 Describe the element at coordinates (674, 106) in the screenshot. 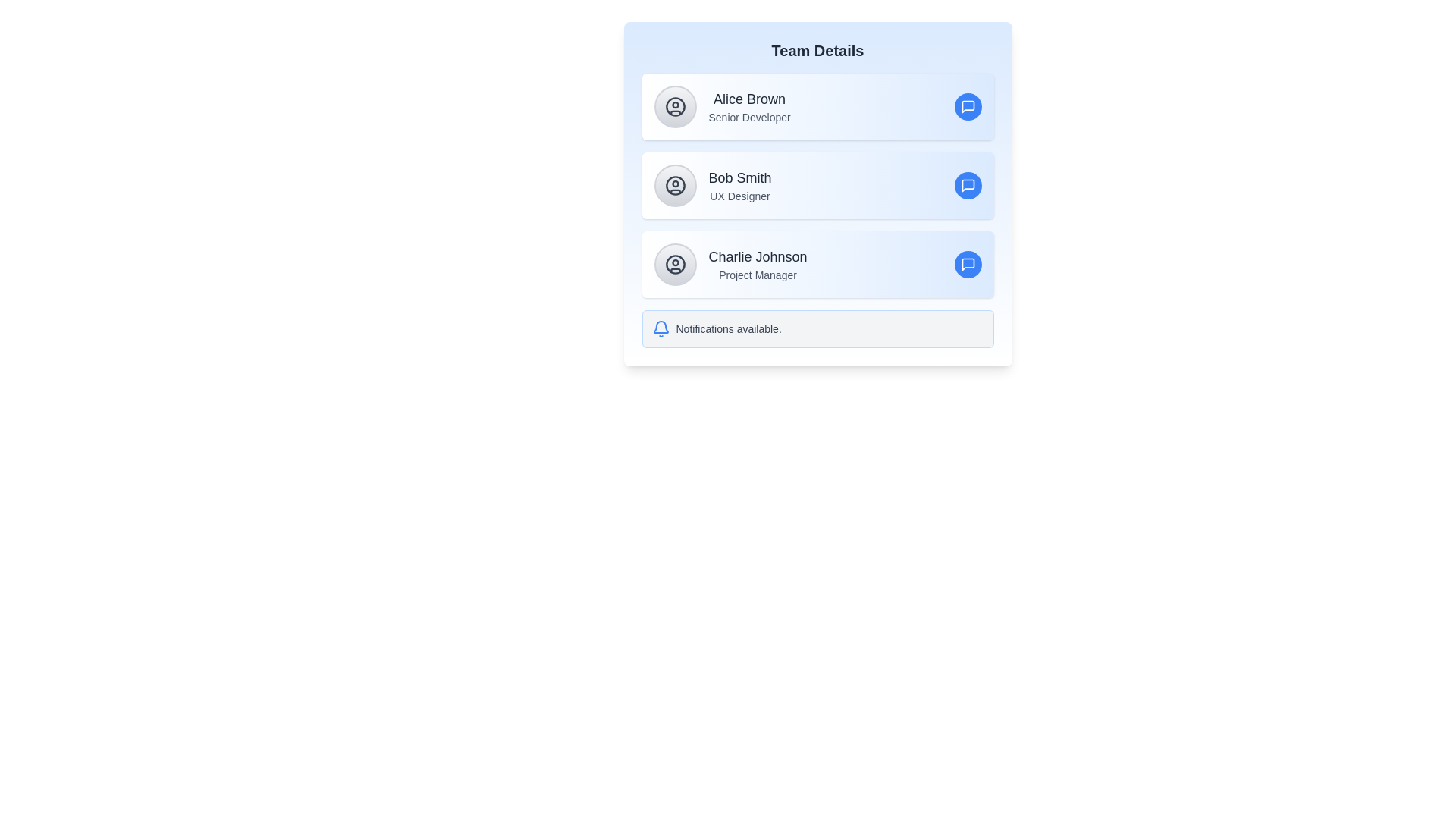

I see `the decorative profile icon located in the topmost user card of the 'Team Details' panel, positioned to the left of the name 'Alice Brown'` at that location.